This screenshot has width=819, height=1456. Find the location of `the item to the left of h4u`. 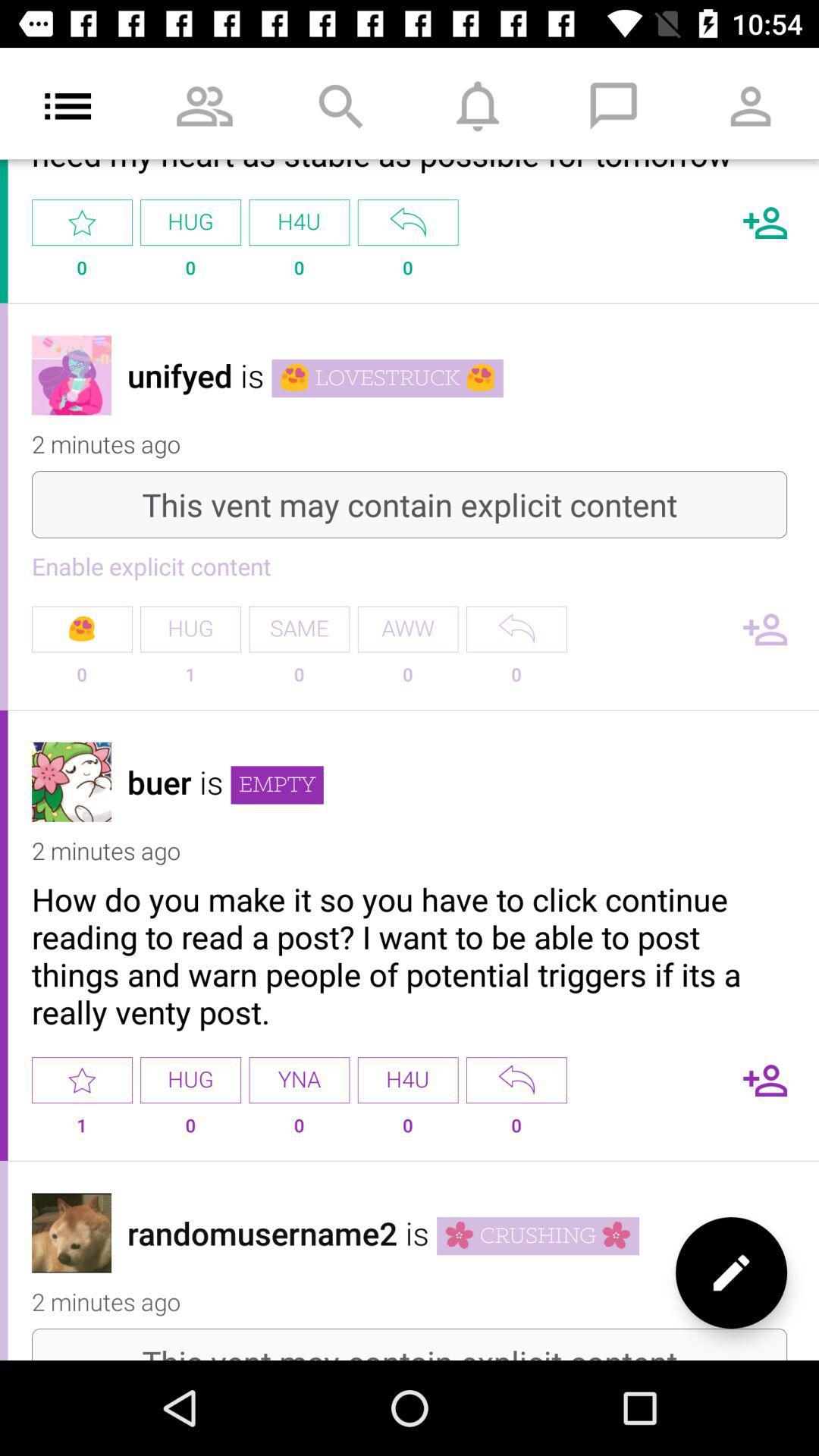

the item to the left of h4u is located at coordinates (299, 1079).